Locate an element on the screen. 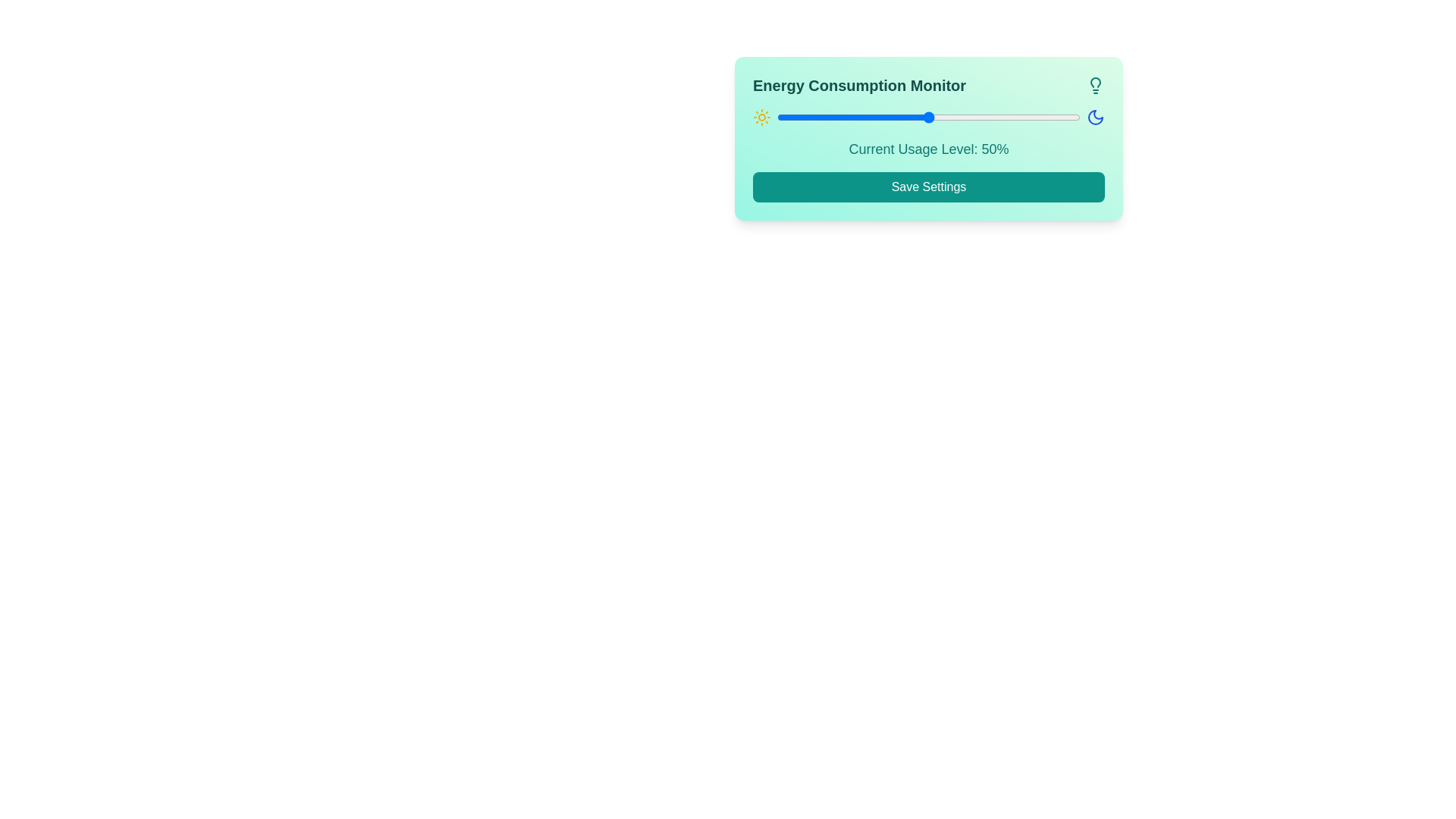  'Save Settings' button to save the current settings is located at coordinates (927, 186).